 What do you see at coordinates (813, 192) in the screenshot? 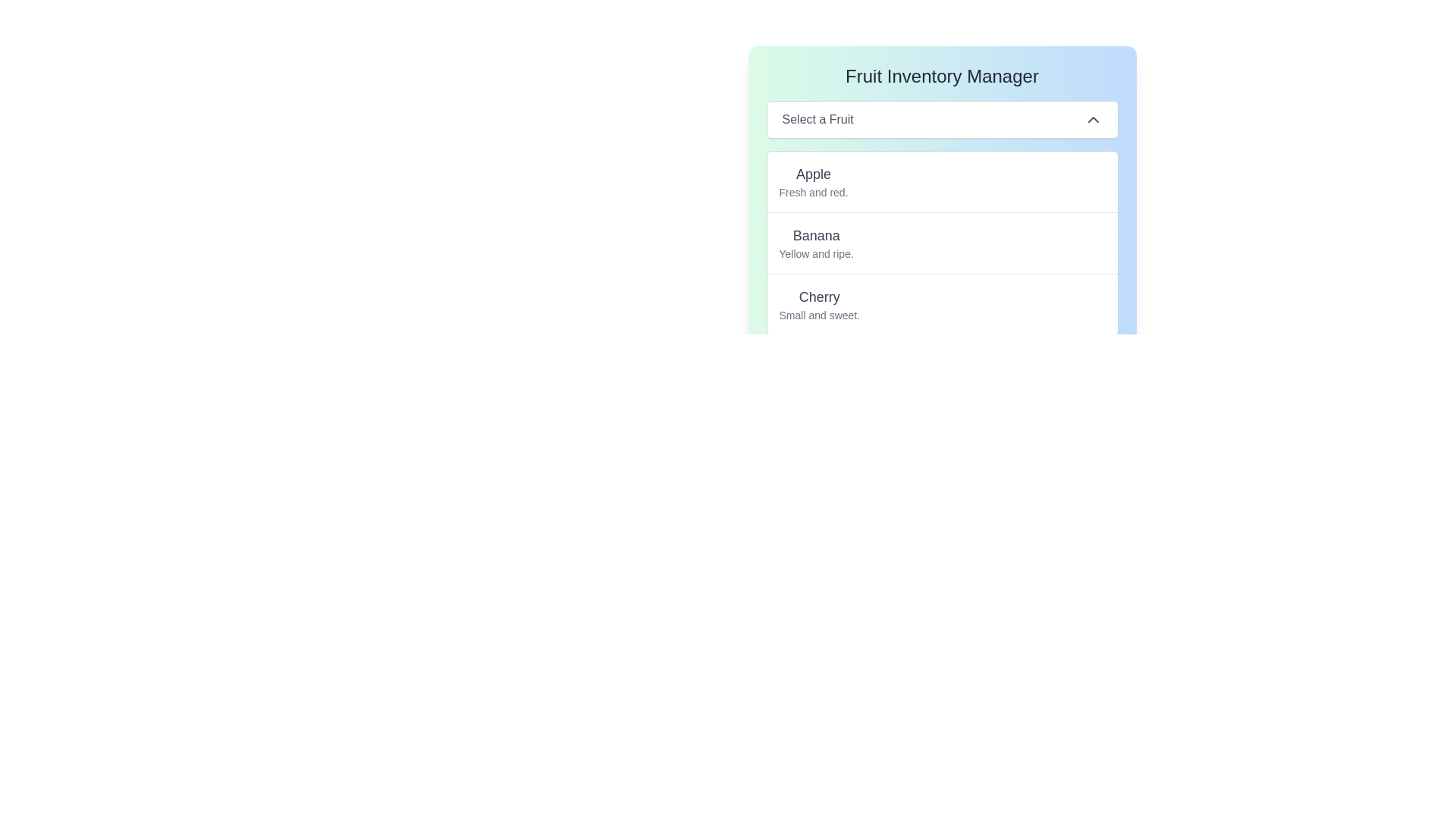
I see `the Text label describing the item 'Apple', which is located directly below the text 'Apple' in the interface` at bounding box center [813, 192].